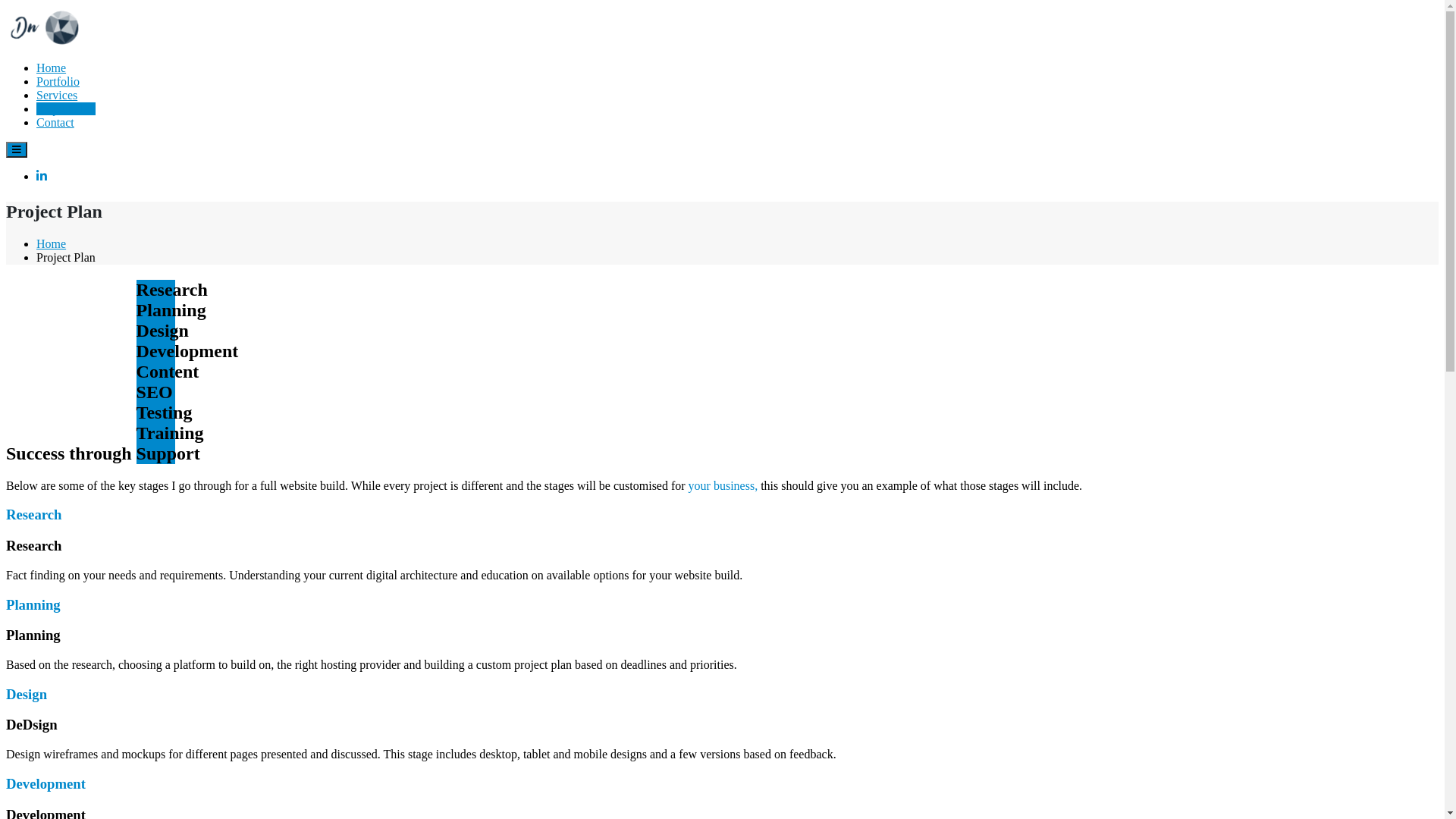  What do you see at coordinates (36, 175) in the screenshot?
I see `'Linkedin'` at bounding box center [36, 175].